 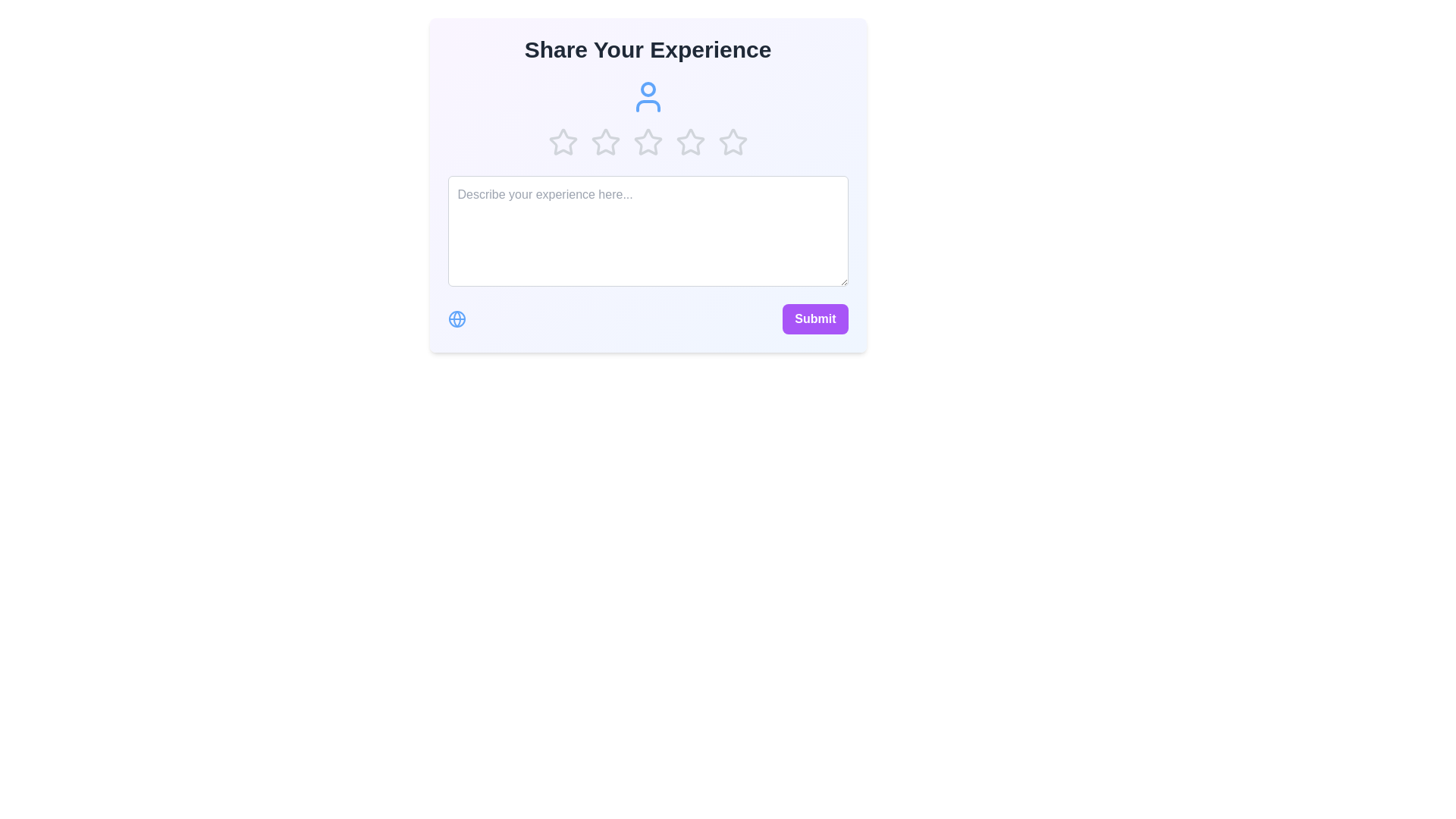 What do you see at coordinates (648, 143) in the screenshot?
I see `the third star in the interactive rating icon to trigger a visual change` at bounding box center [648, 143].